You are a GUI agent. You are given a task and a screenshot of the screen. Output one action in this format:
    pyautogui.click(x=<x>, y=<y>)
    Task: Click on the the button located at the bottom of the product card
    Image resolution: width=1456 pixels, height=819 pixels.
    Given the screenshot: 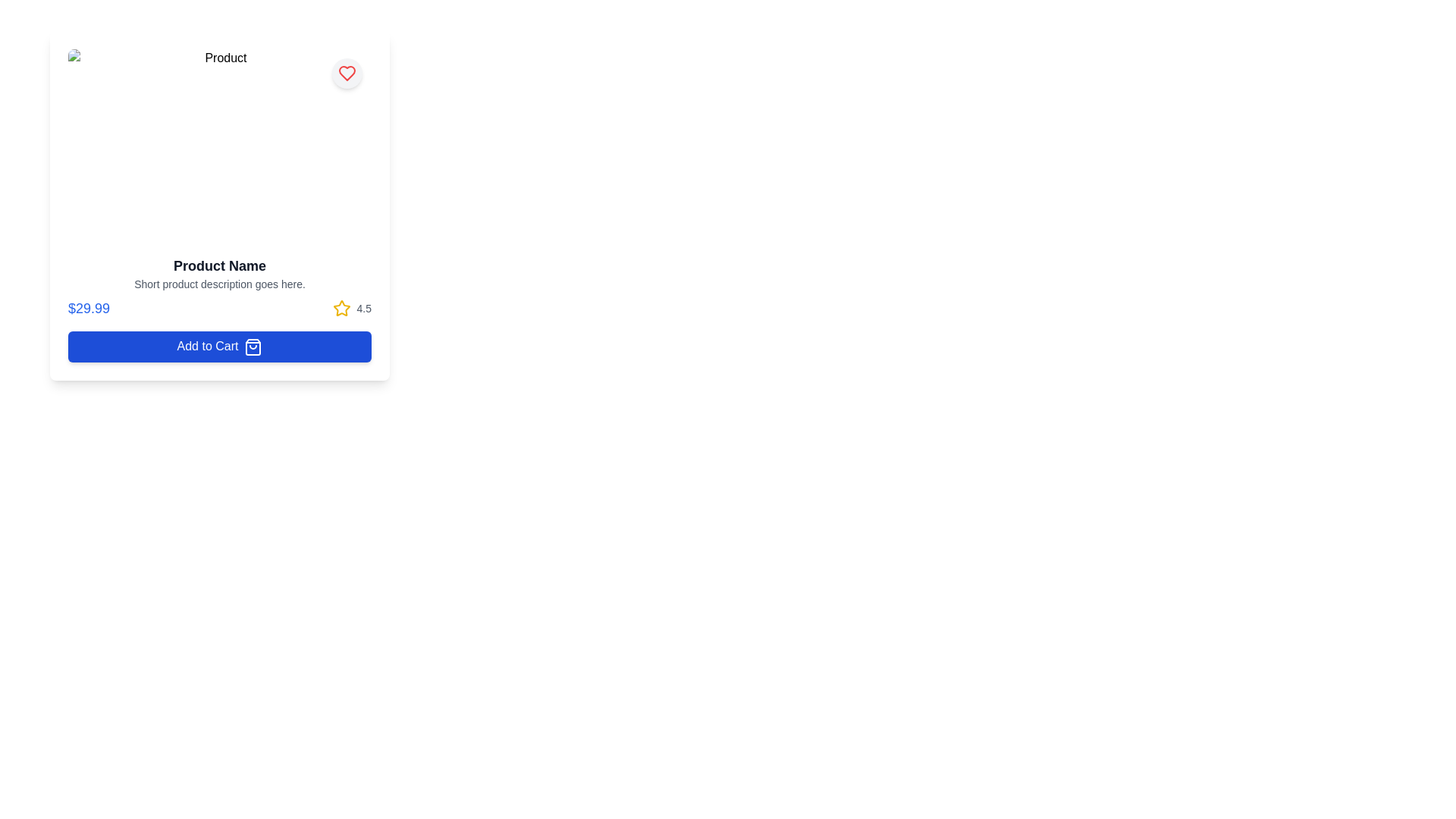 What is the action you would take?
    pyautogui.click(x=218, y=346)
    